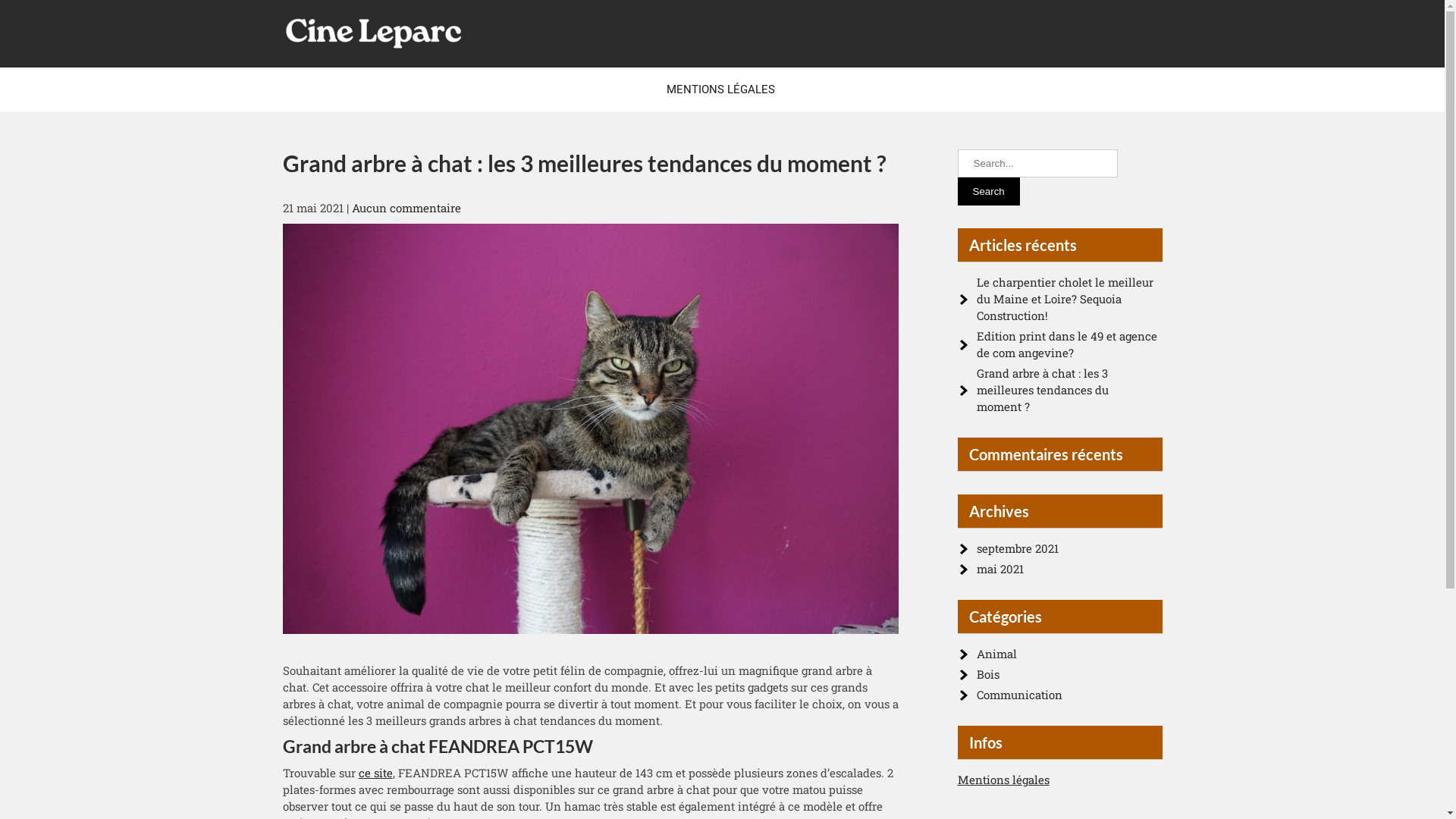  What do you see at coordinates (956, 190) in the screenshot?
I see `'Search'` at bounding box center [956, 190].